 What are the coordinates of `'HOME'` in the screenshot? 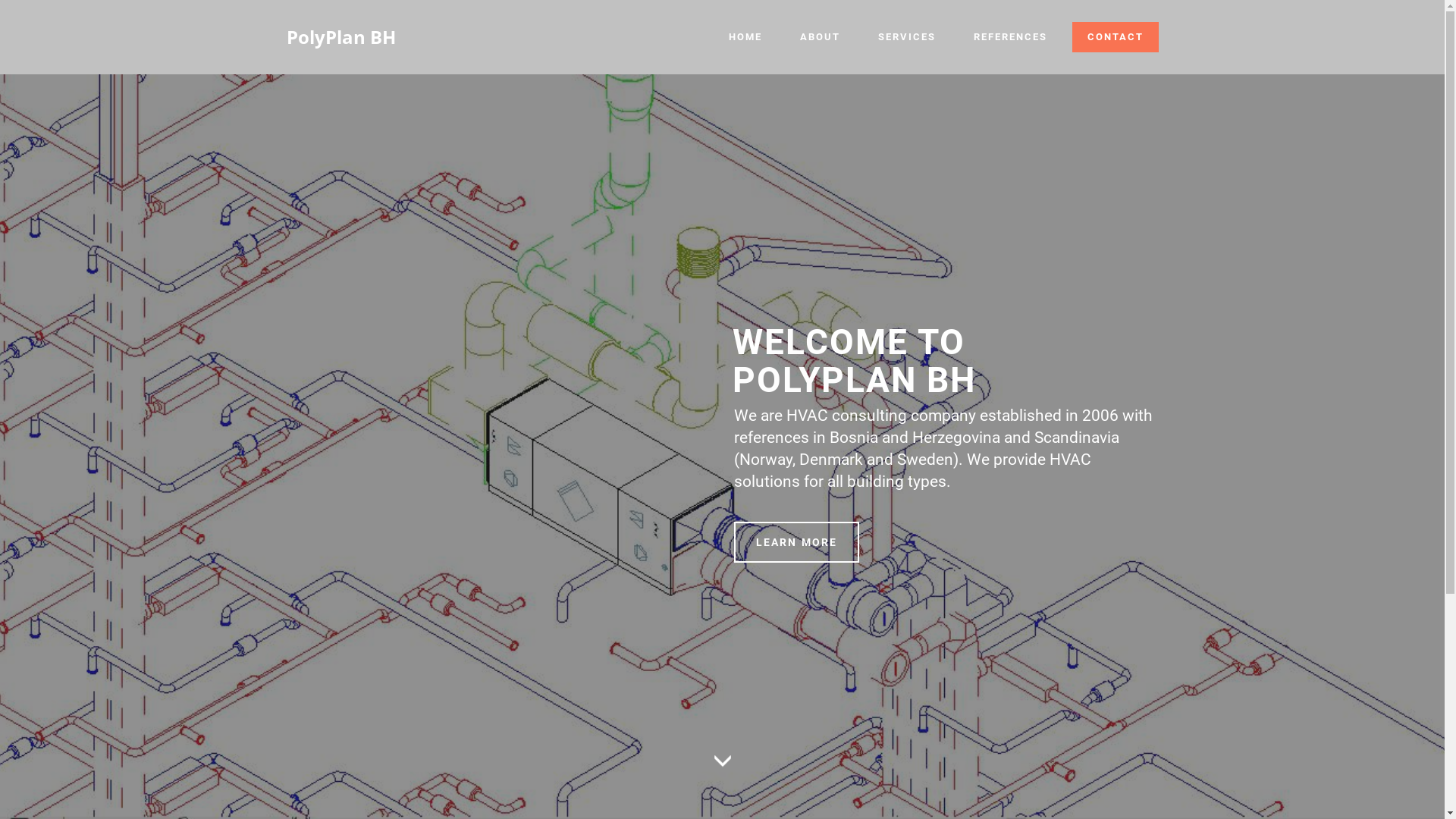 It's located at (745, 36).